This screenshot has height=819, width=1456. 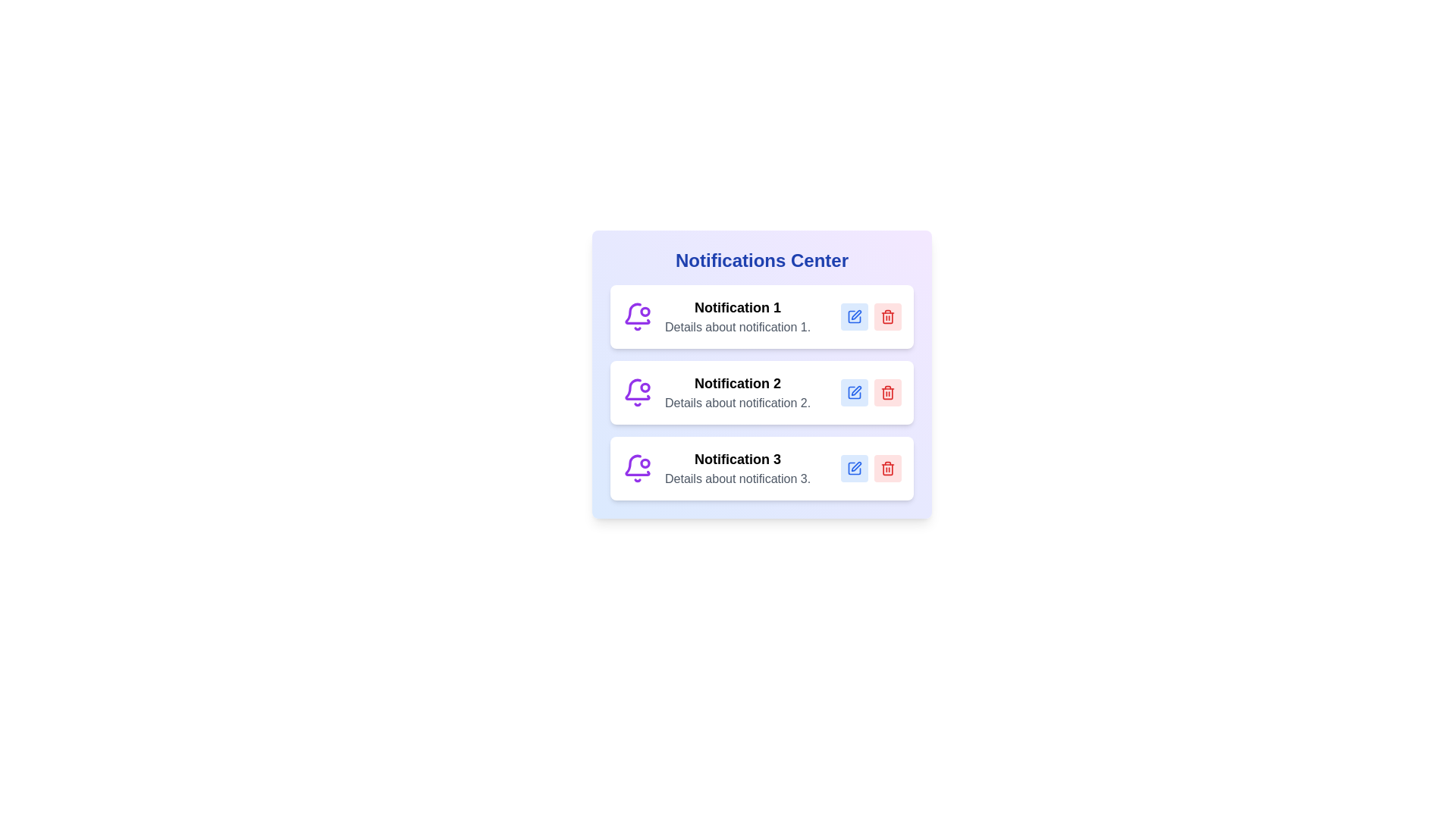 I want to click on the leftmost rounded rectangular button with a light blue background and a blue pen icon, located to the right of the third notification row in the notifications list, so click(x=855, y=467).